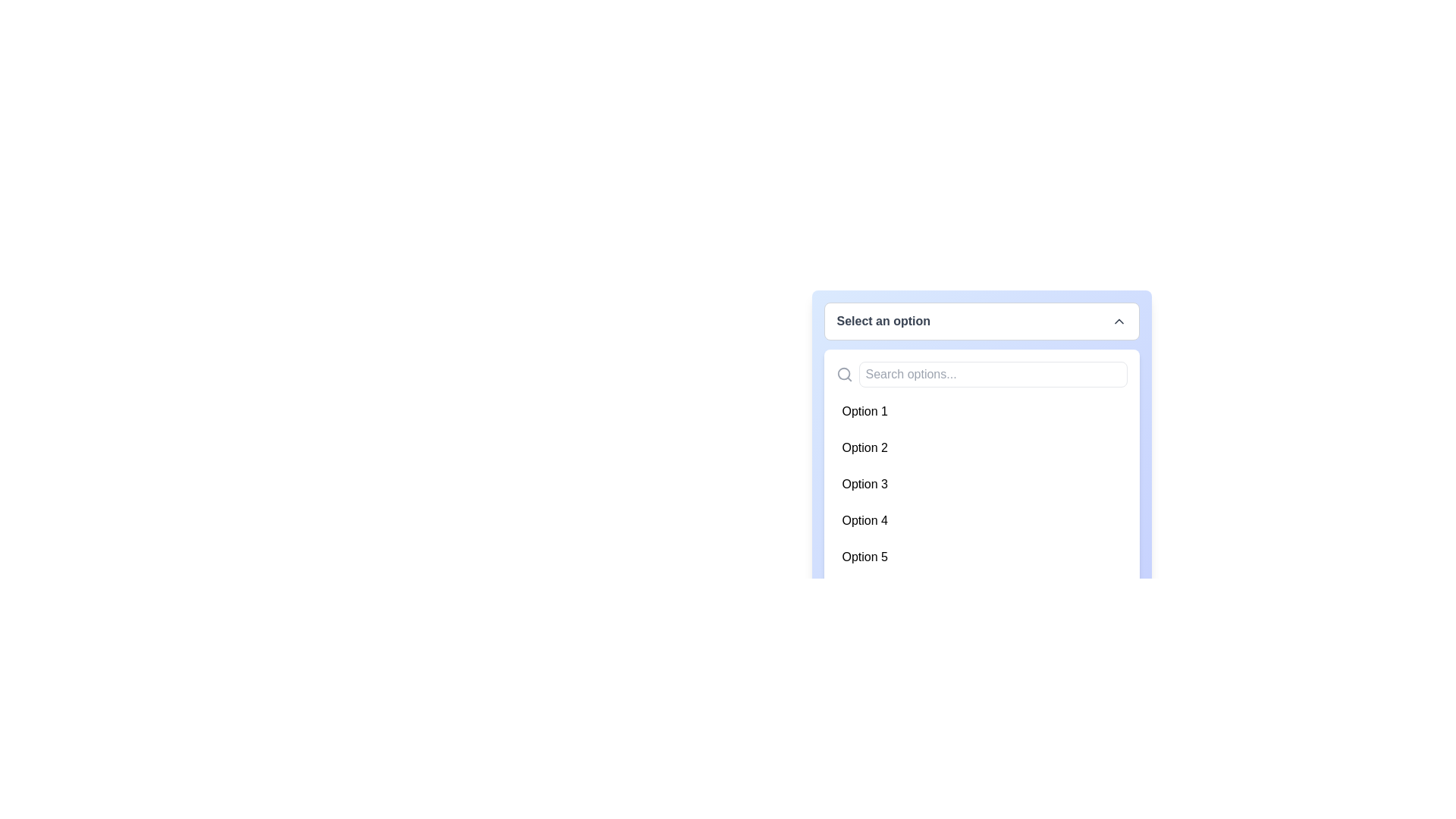 The width and height of the screenshot is (1456, 819). What do you see at coordinates (1119, 321) in the screenshot?
I see `the upward chevron icon that indicates the dropdown's state, located at the far right of the 'Select an option' text` at bounding box center [1119, 321].